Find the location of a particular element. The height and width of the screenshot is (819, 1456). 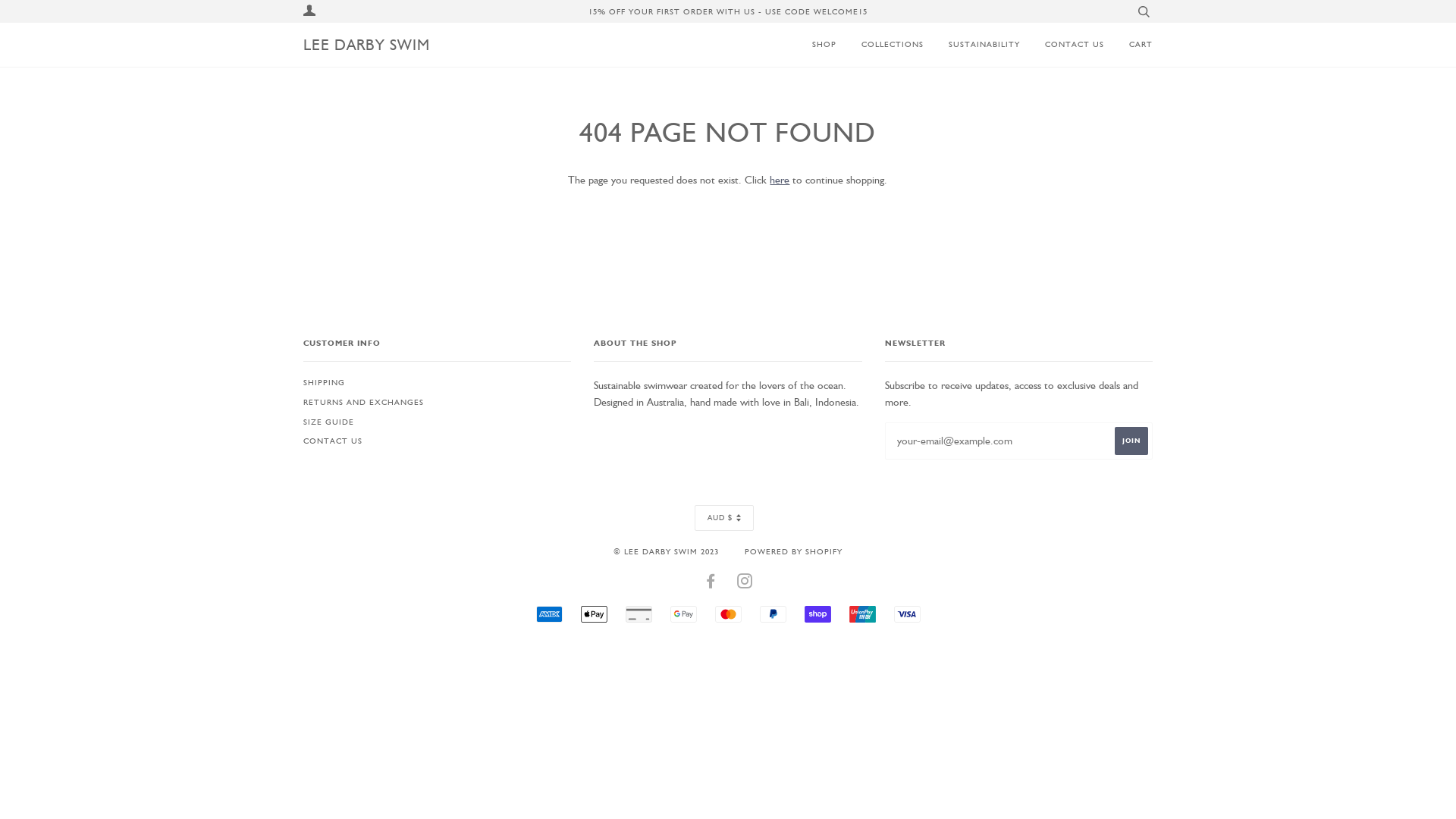

'here' is located at coordinates (779, 178).